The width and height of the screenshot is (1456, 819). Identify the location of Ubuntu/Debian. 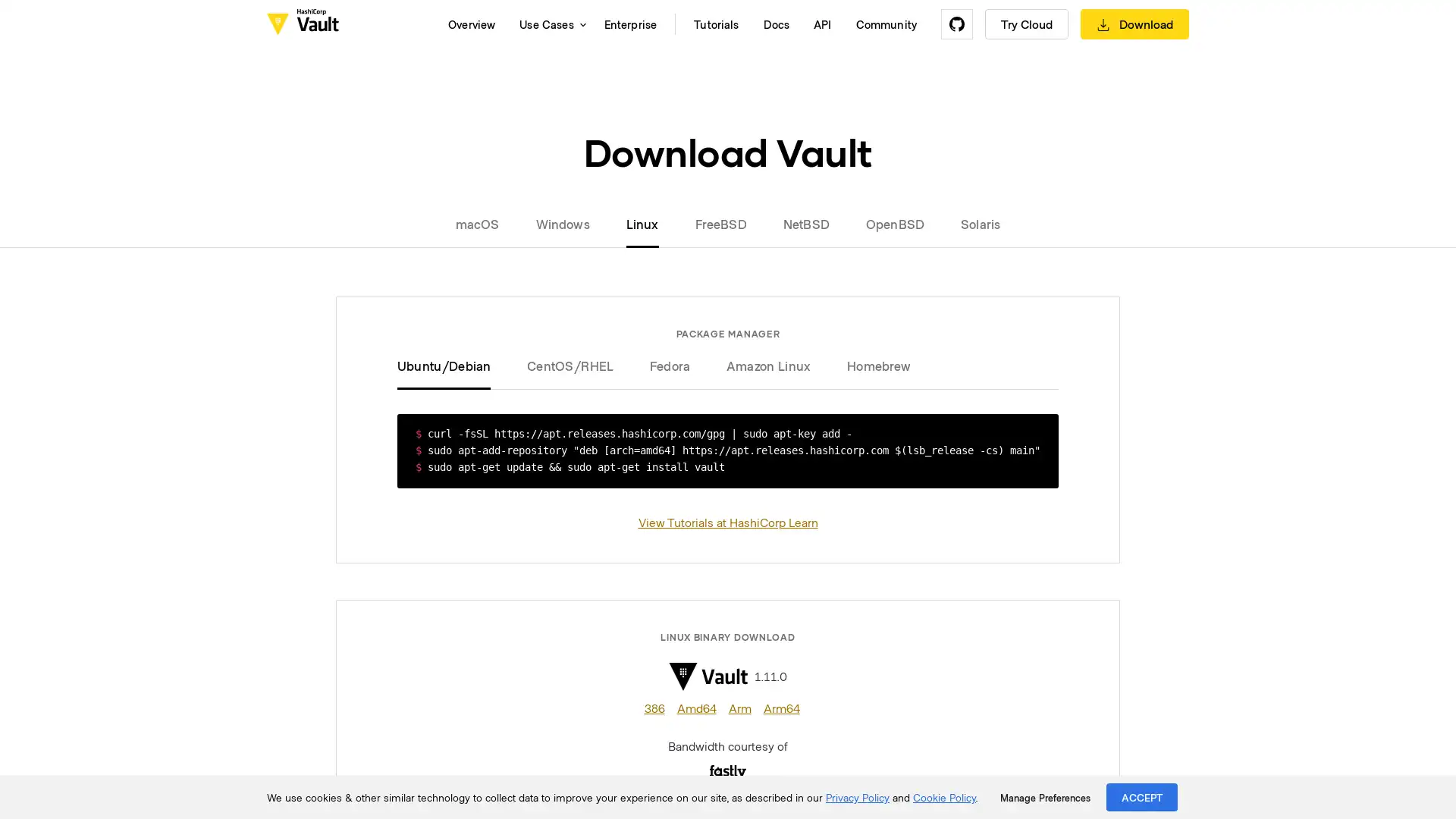
(452, 366).